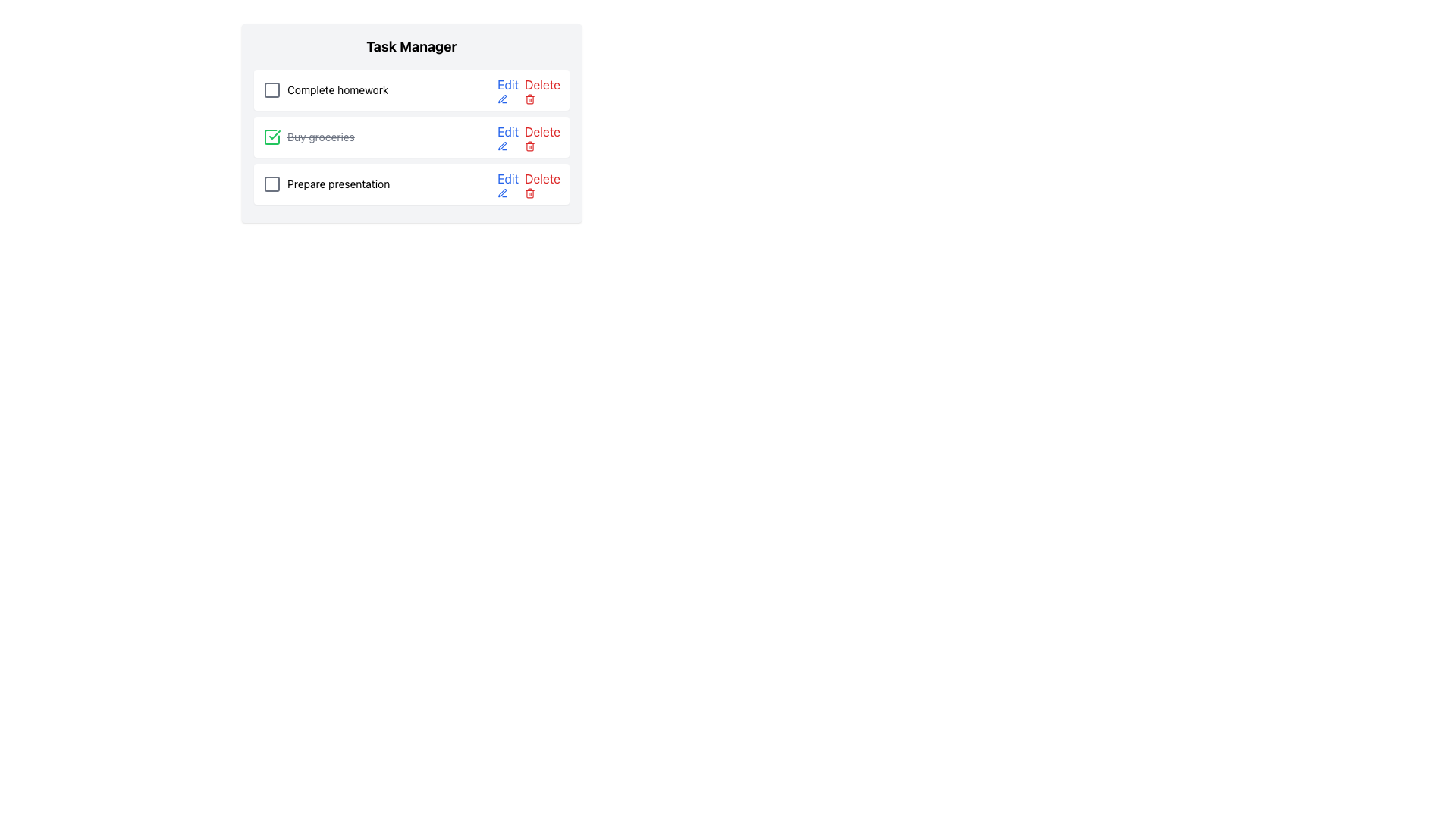  What do you see at coordinates (542, 90) in the screenshot?
I see `the interactive delete button located to the right side of the second task row` at bounding box center [542, 90].